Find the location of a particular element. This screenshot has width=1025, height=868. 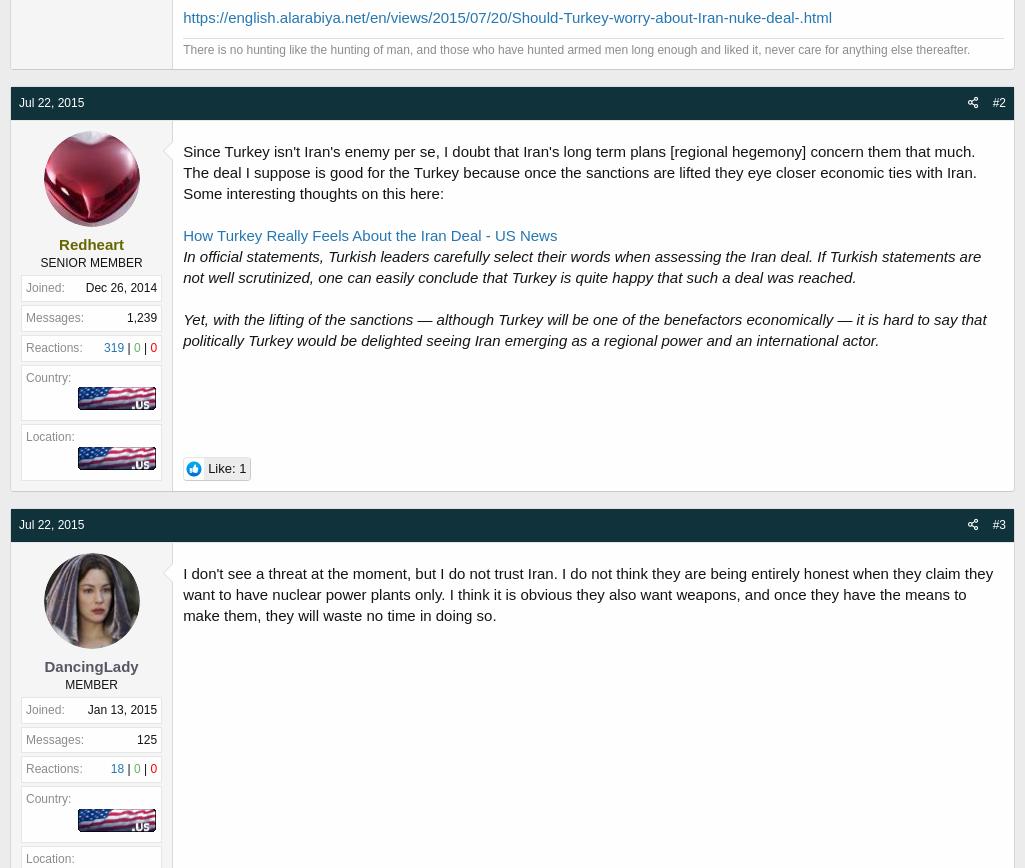

'125' is located at coordinates (145, 739).